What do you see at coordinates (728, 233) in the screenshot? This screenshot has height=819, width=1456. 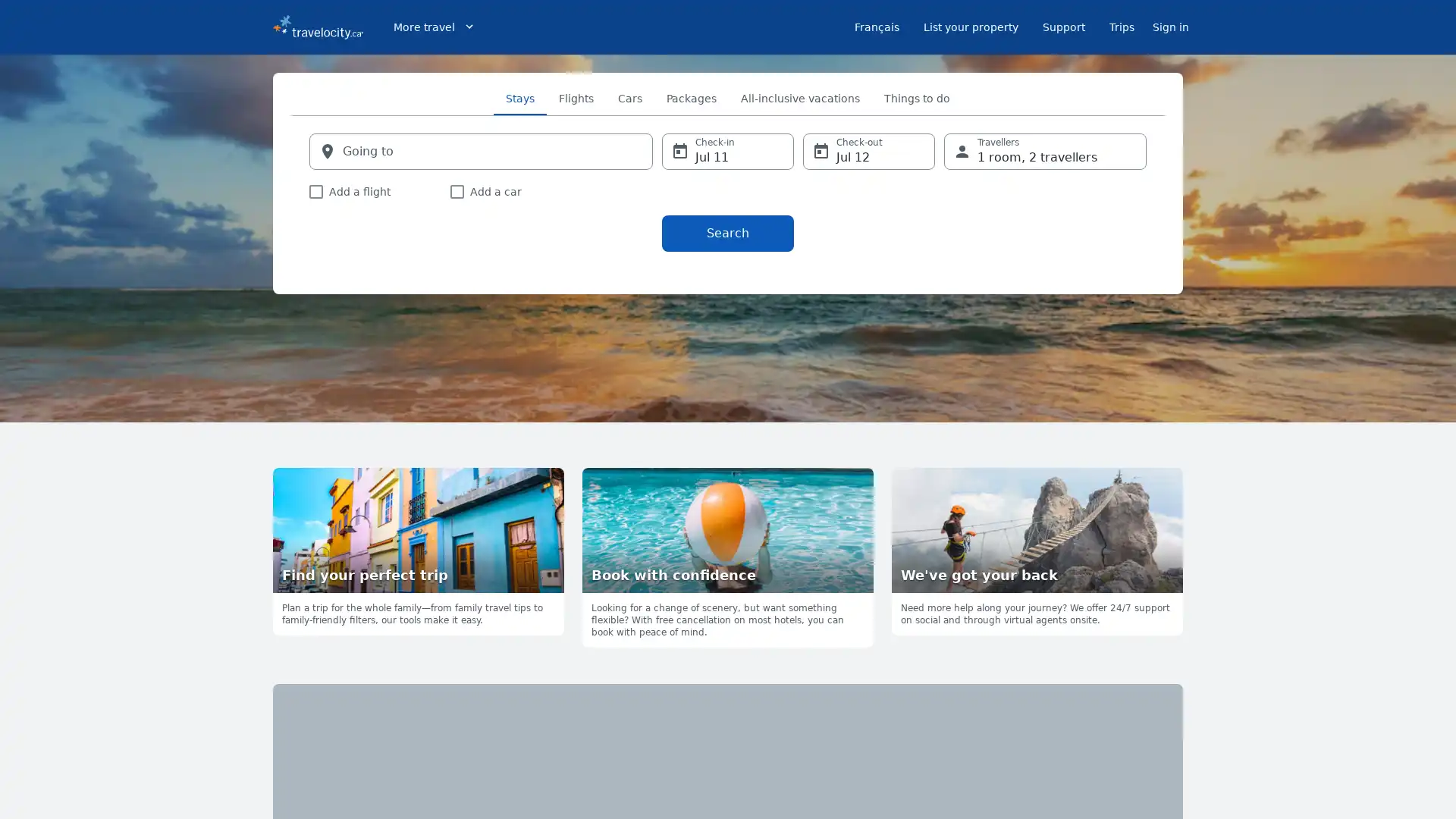 I see `Search` at bounding box center [728, 233].